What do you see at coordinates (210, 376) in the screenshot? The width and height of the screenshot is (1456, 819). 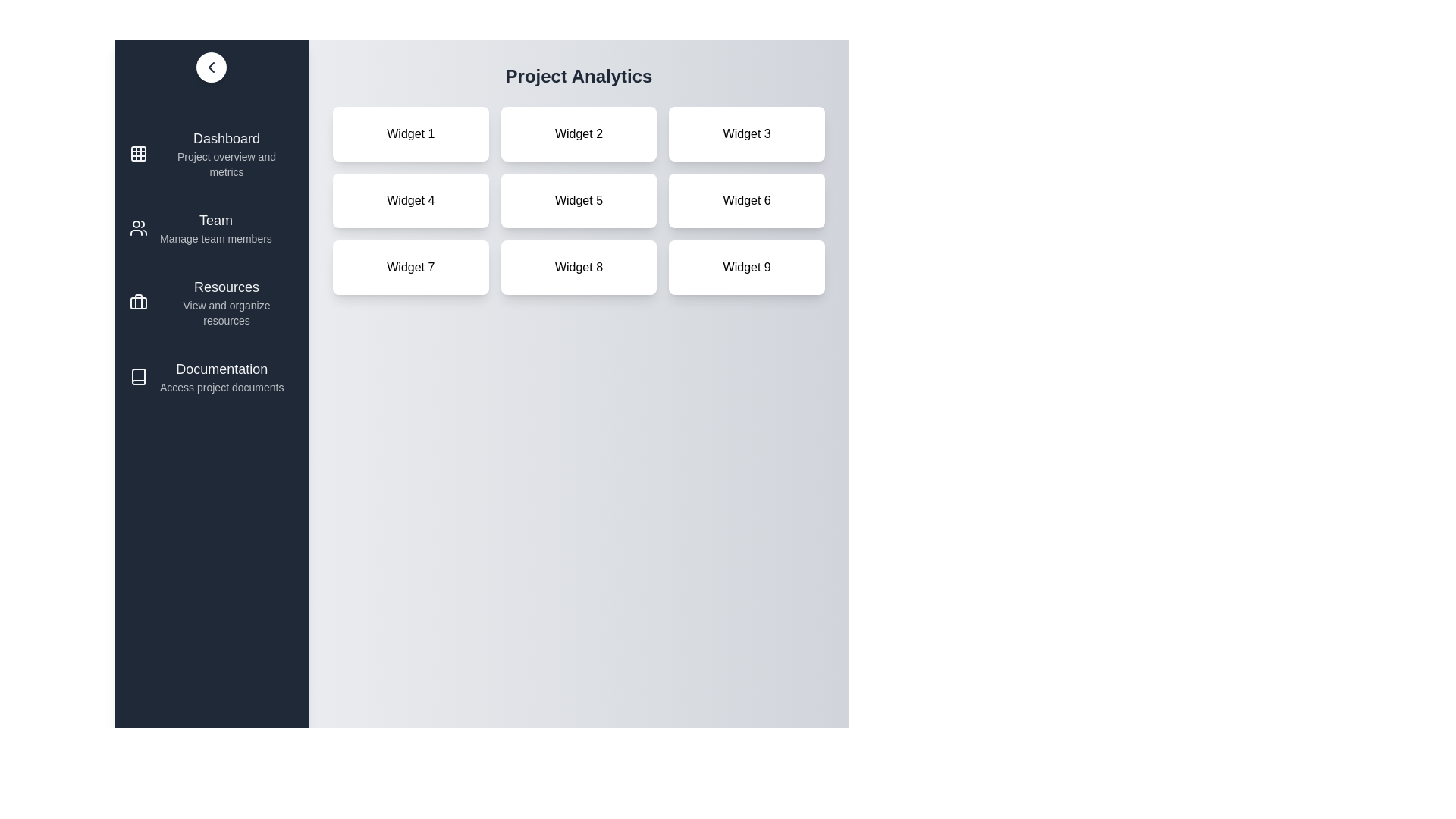 I see `the menu item Documentation from the sidebar` at bounding box center [210, 376].